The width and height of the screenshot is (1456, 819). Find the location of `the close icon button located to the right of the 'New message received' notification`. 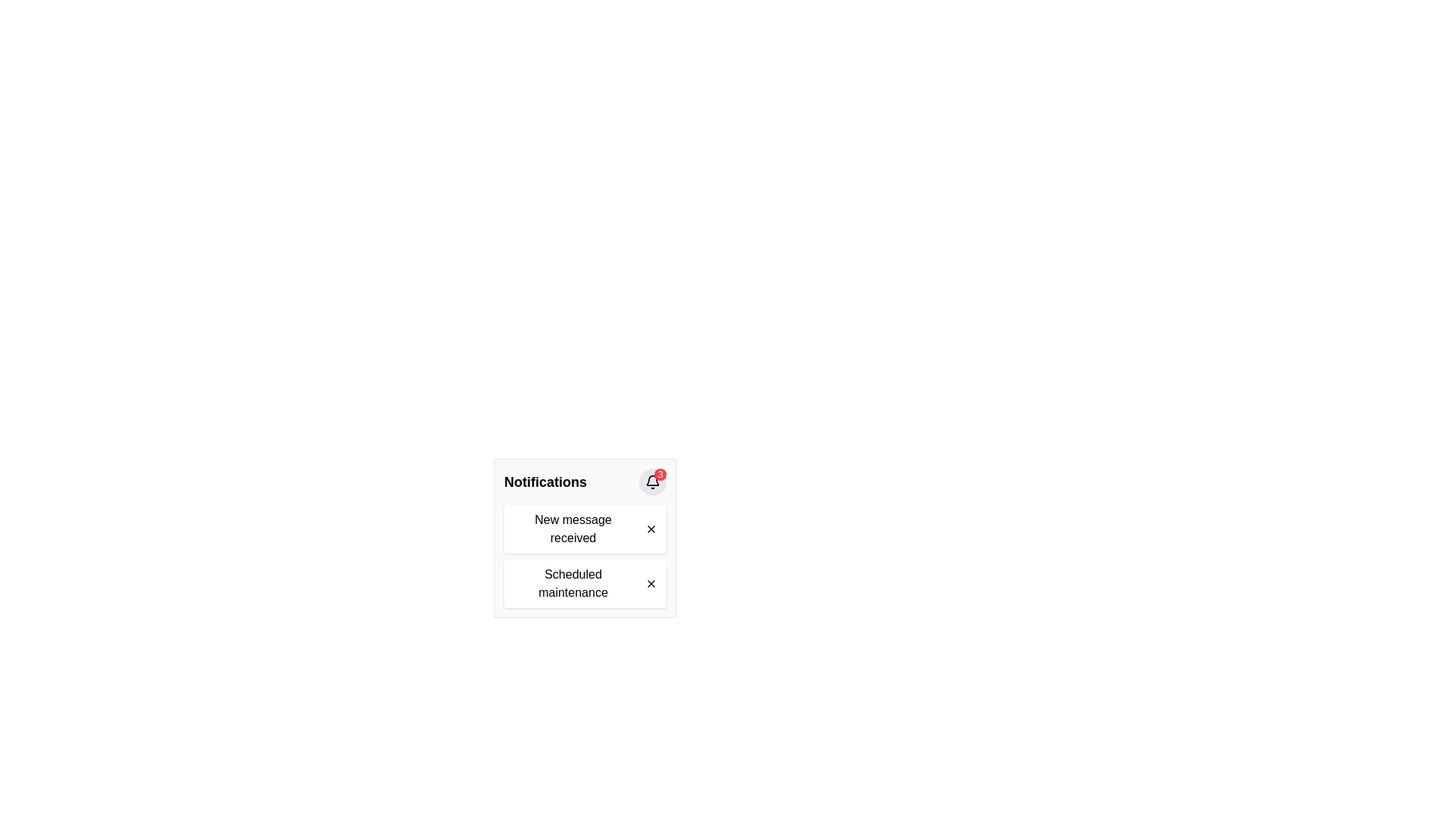

the close icon button located to the right of the 'New message received' notification is located at coordinates (651, 529).